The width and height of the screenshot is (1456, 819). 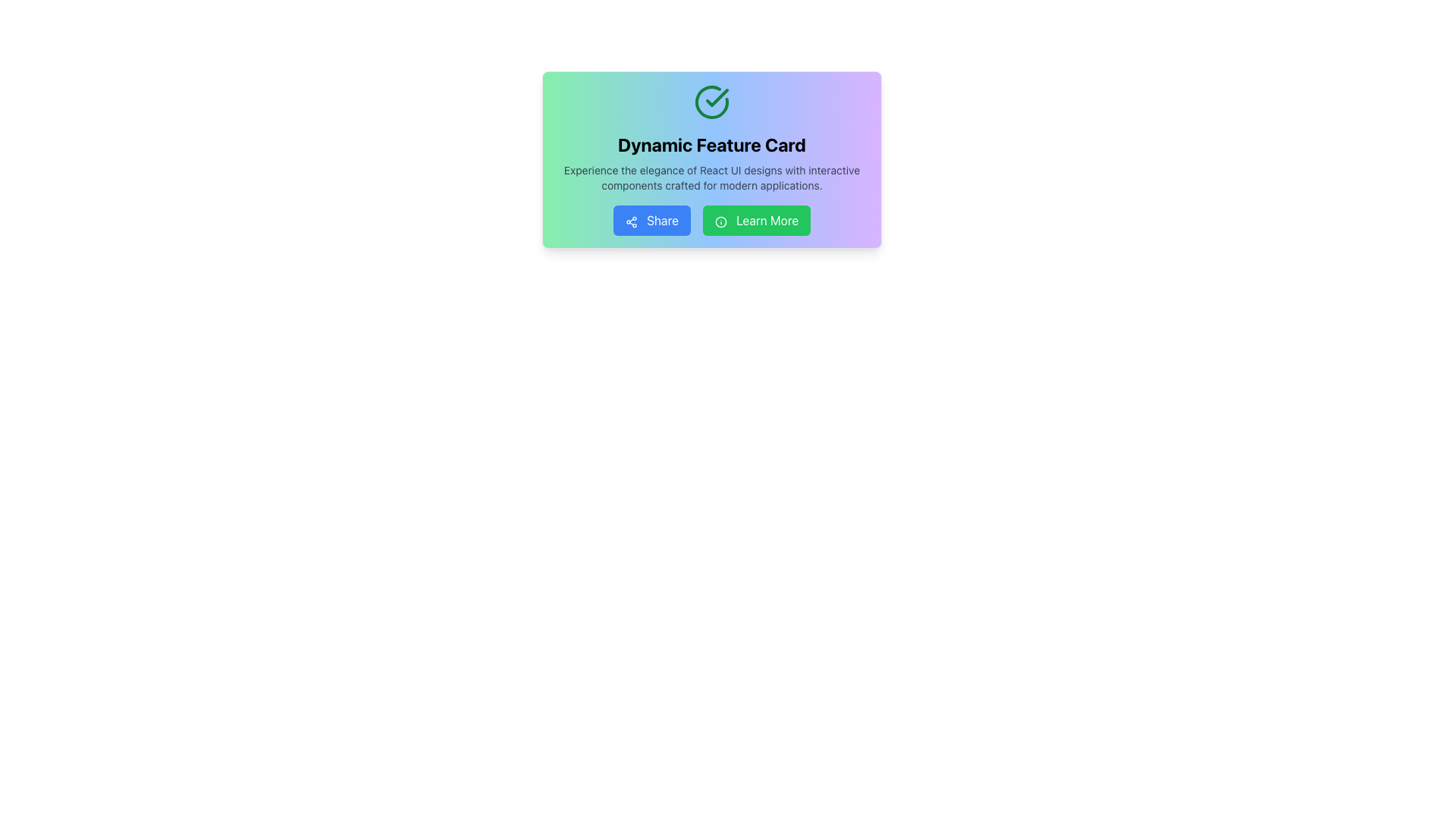 What do you see at coordinates (651, 220) in the screenshot?
I see `the 'Share' button with a vibrant blue background and white text located at the bottom center of the card` at bounding box center [651, 220].